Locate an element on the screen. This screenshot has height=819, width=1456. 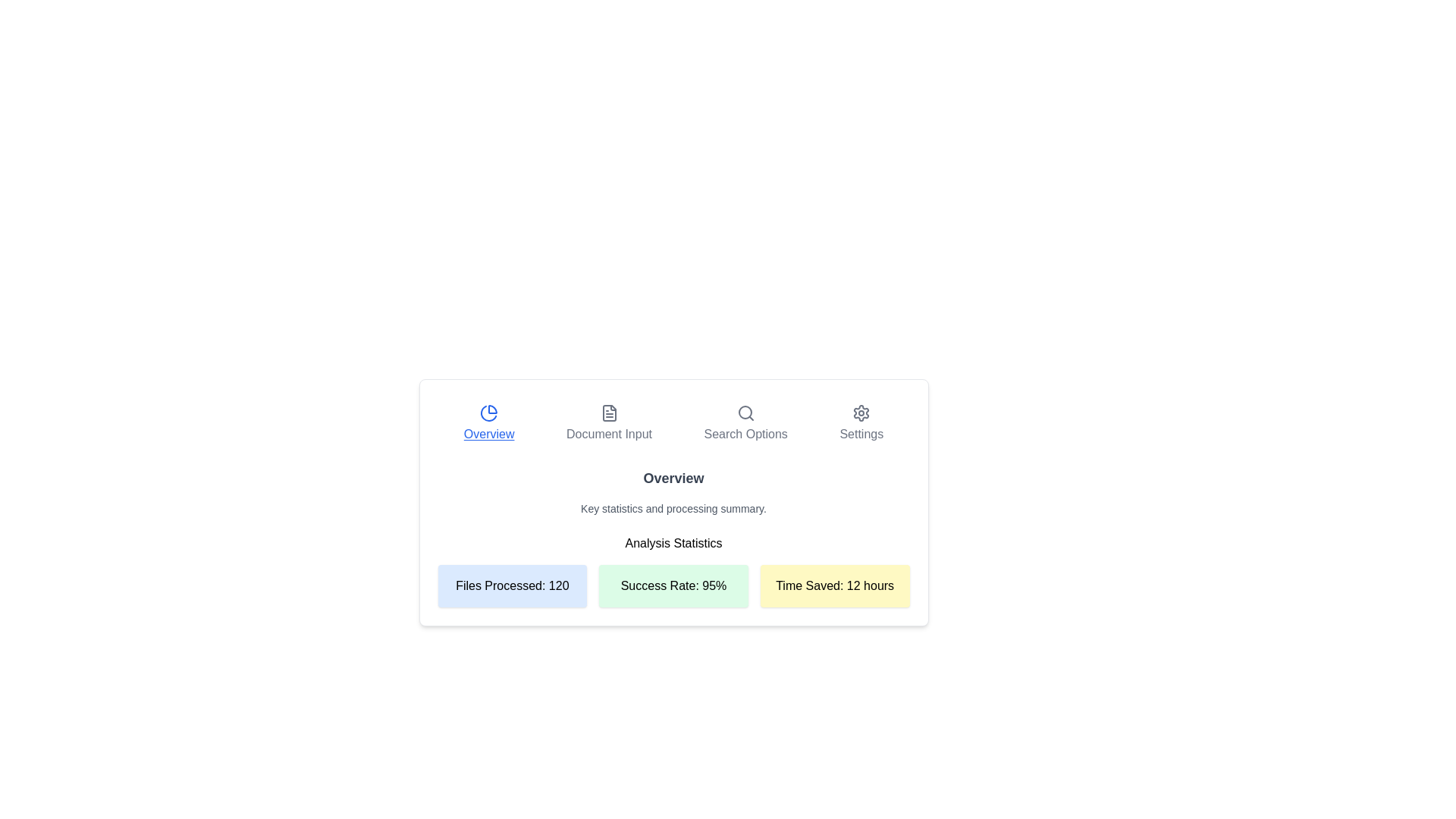
the decorative circle within the search icon, which is part of a larger magnifying glass design located at the center of the navigation panel is located at coordinates (745, 412).